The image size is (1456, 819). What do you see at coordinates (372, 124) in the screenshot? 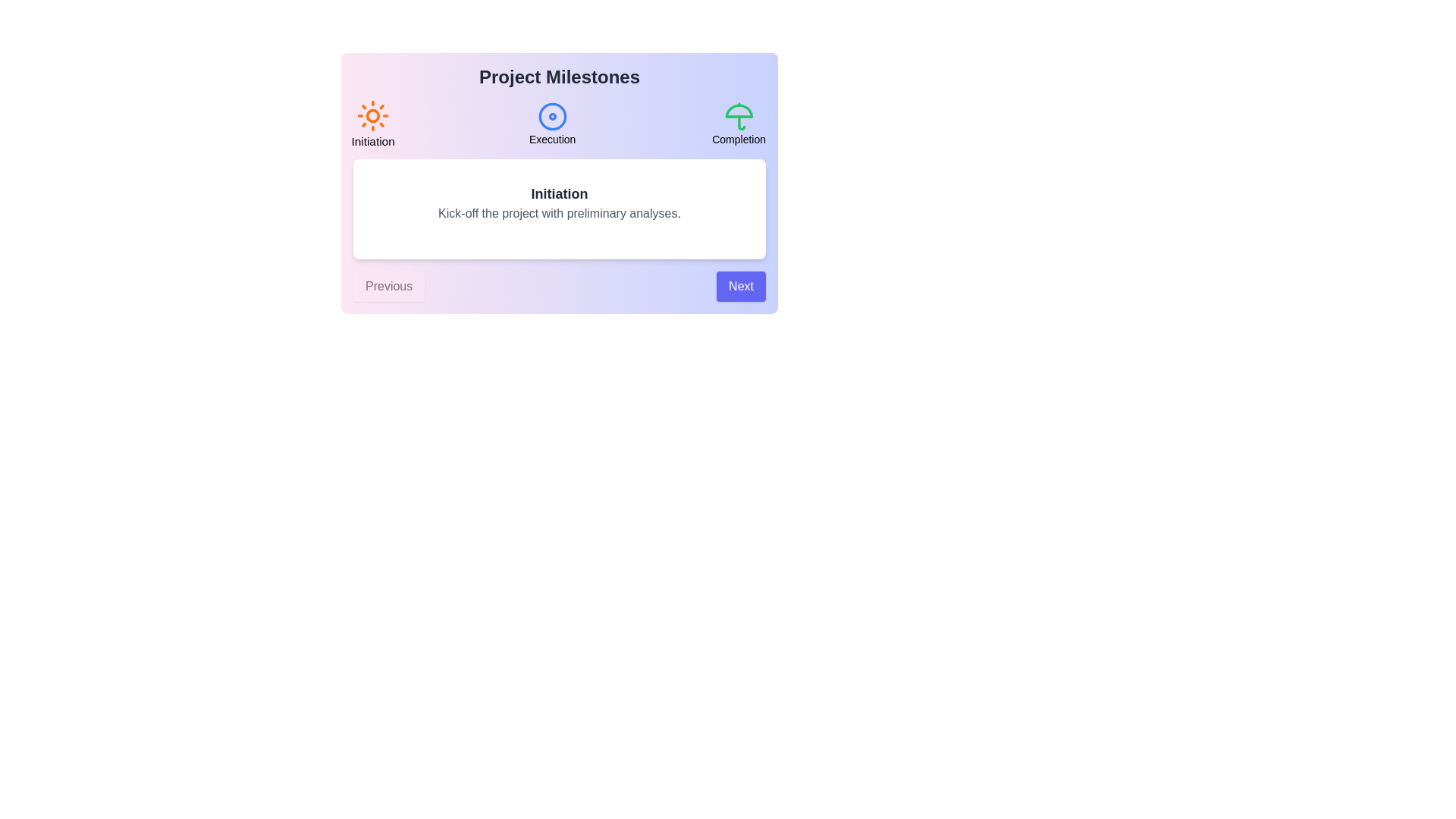
I see `the milestone Initiation to select it` at bounding box center [372, 124].